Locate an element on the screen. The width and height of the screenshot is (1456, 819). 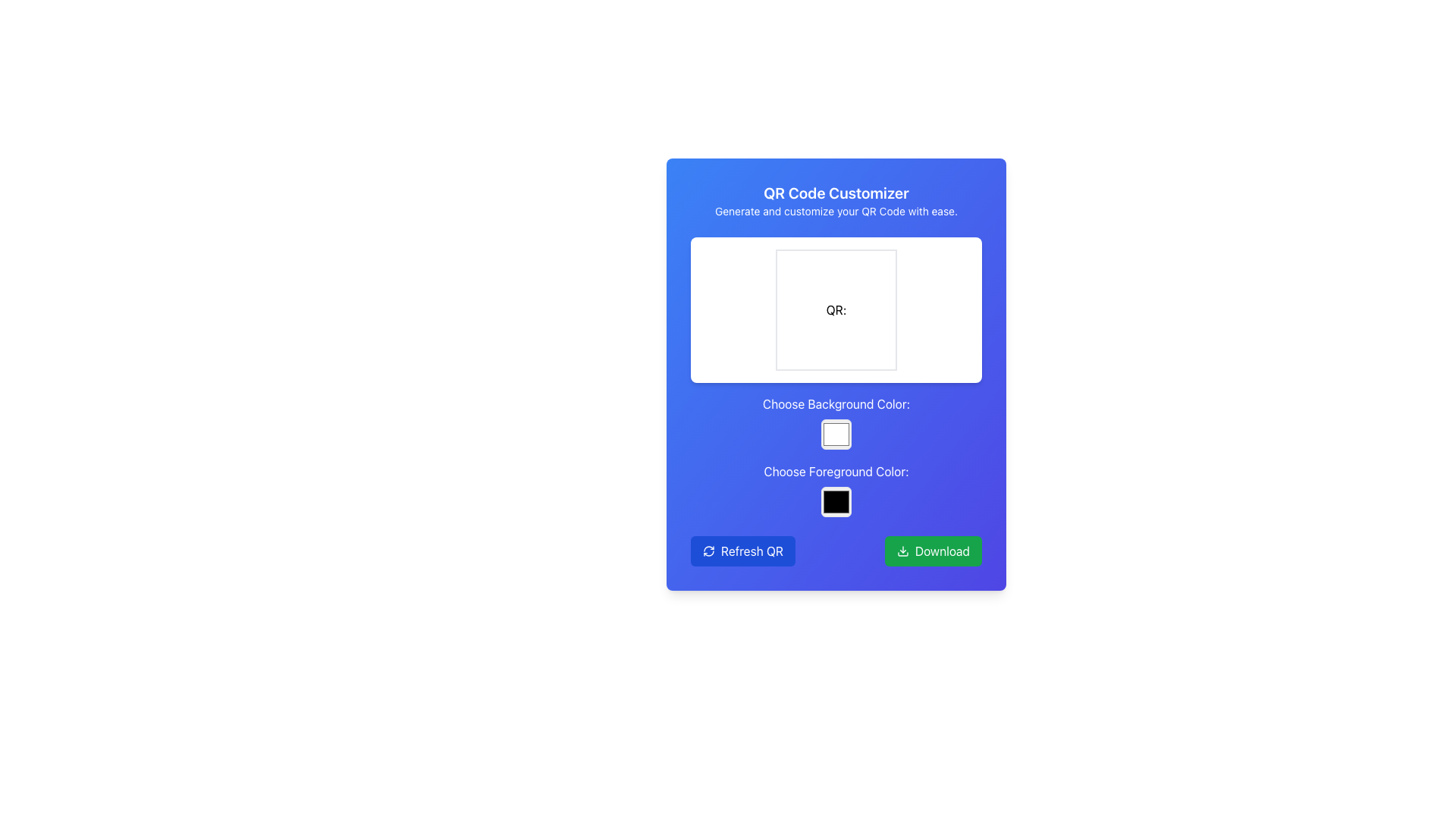
the refresh button located in the bottom-left portion of the interface is located at coordinates (742, 551).